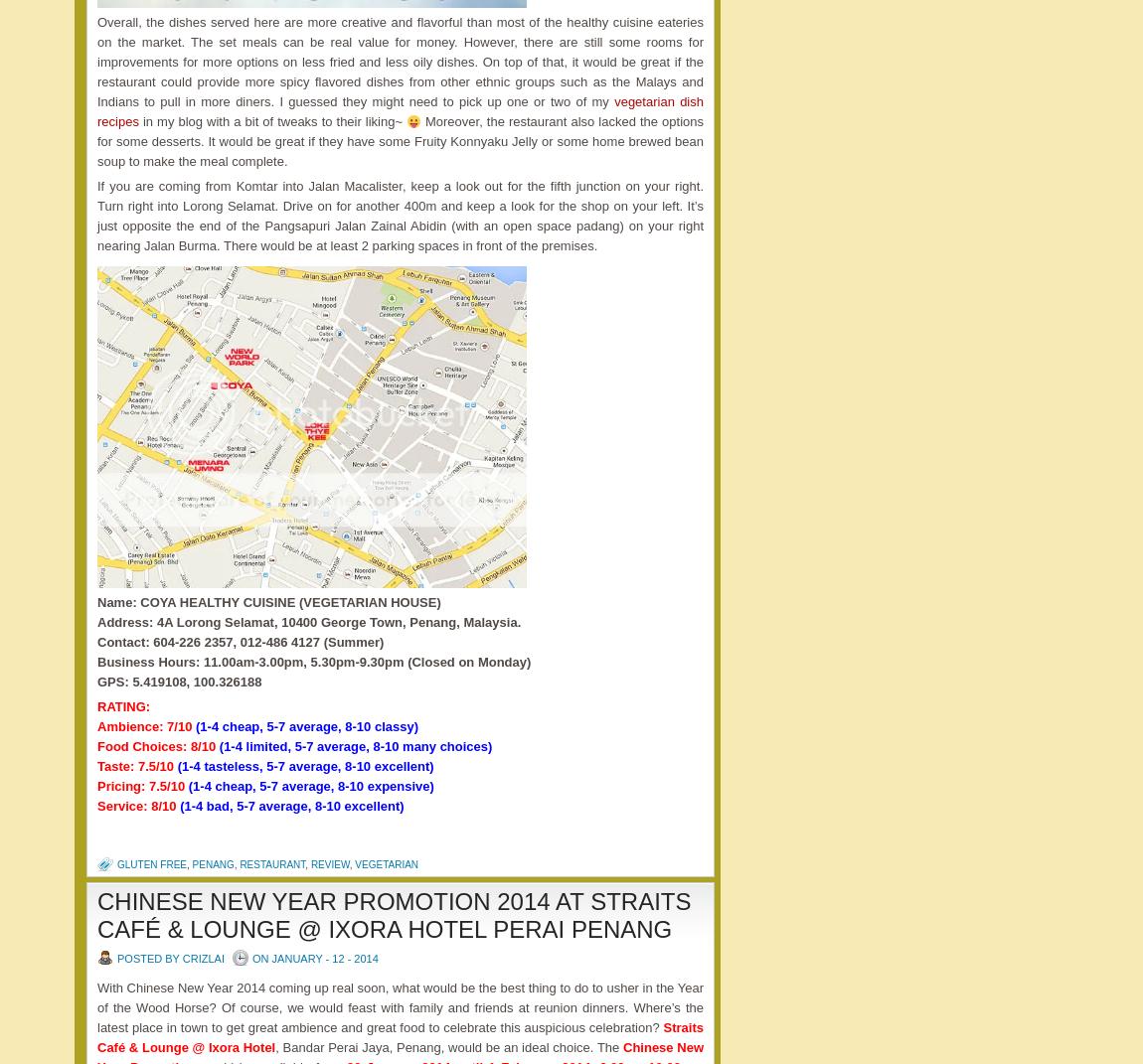 Image resolution: width=1143 pixels, height=1064 pixels. What do you see at coordinates (387, 864) in the screenshot?
I see `'vegetarian'` at bounding box center [387, 864].